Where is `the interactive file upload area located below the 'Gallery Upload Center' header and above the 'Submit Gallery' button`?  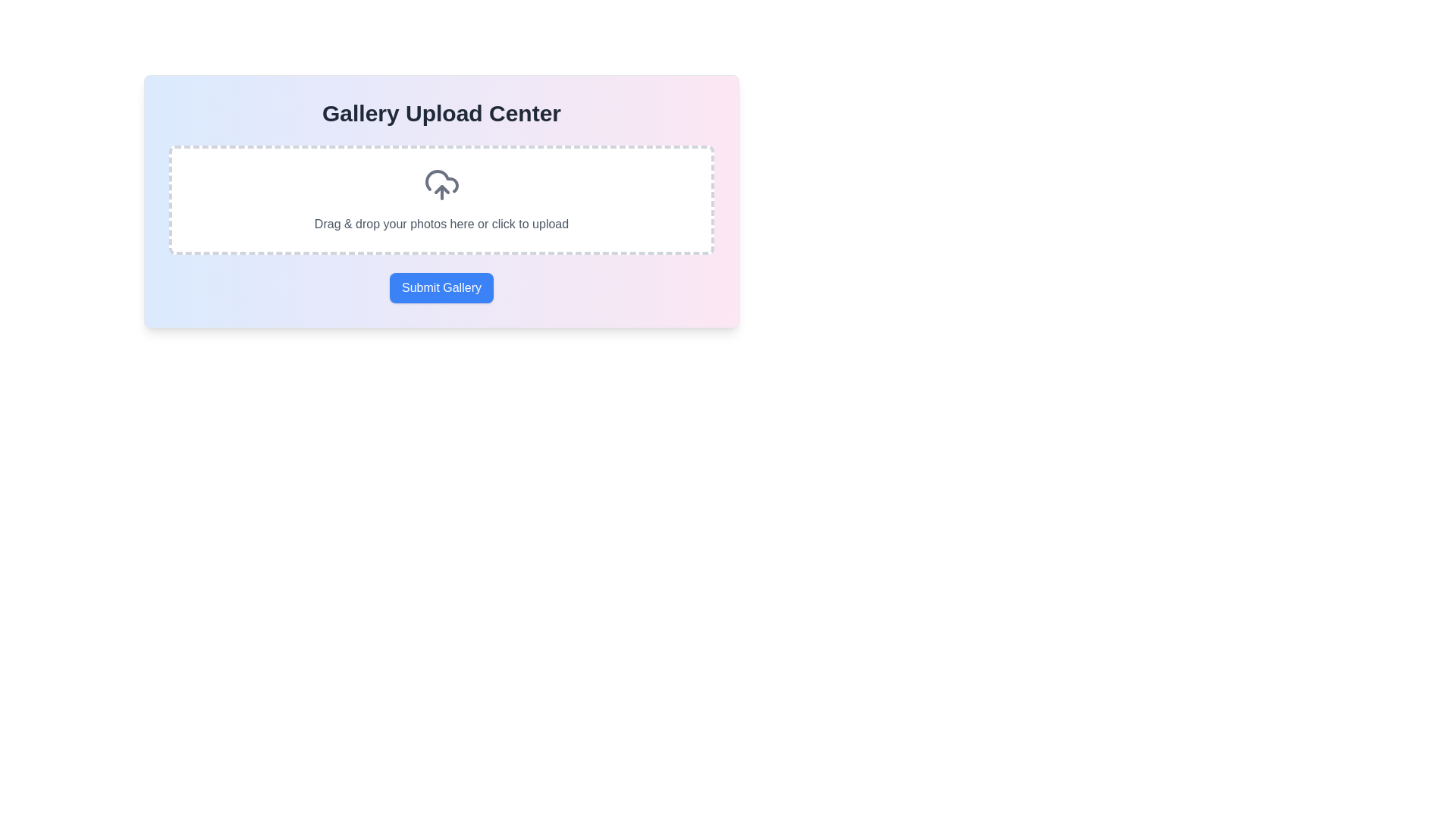
the interactive file upload area located below the 'Gallery Upload Center' header and above the 'Submit Gallery' button is located at coordinates (441, 199).